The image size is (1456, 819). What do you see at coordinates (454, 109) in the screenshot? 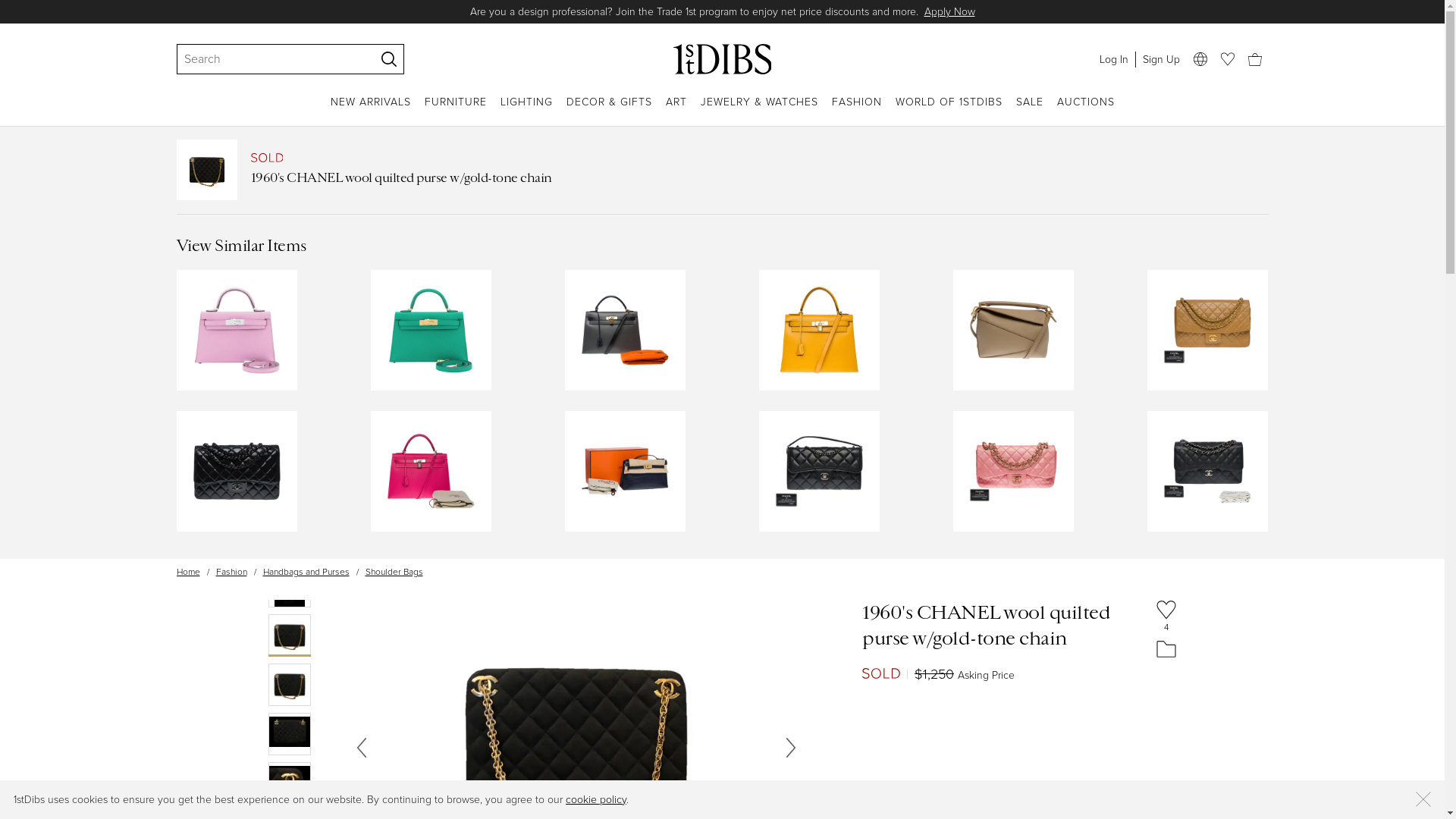
I see `'FURNITURE'` at bounding box center [454, 109].